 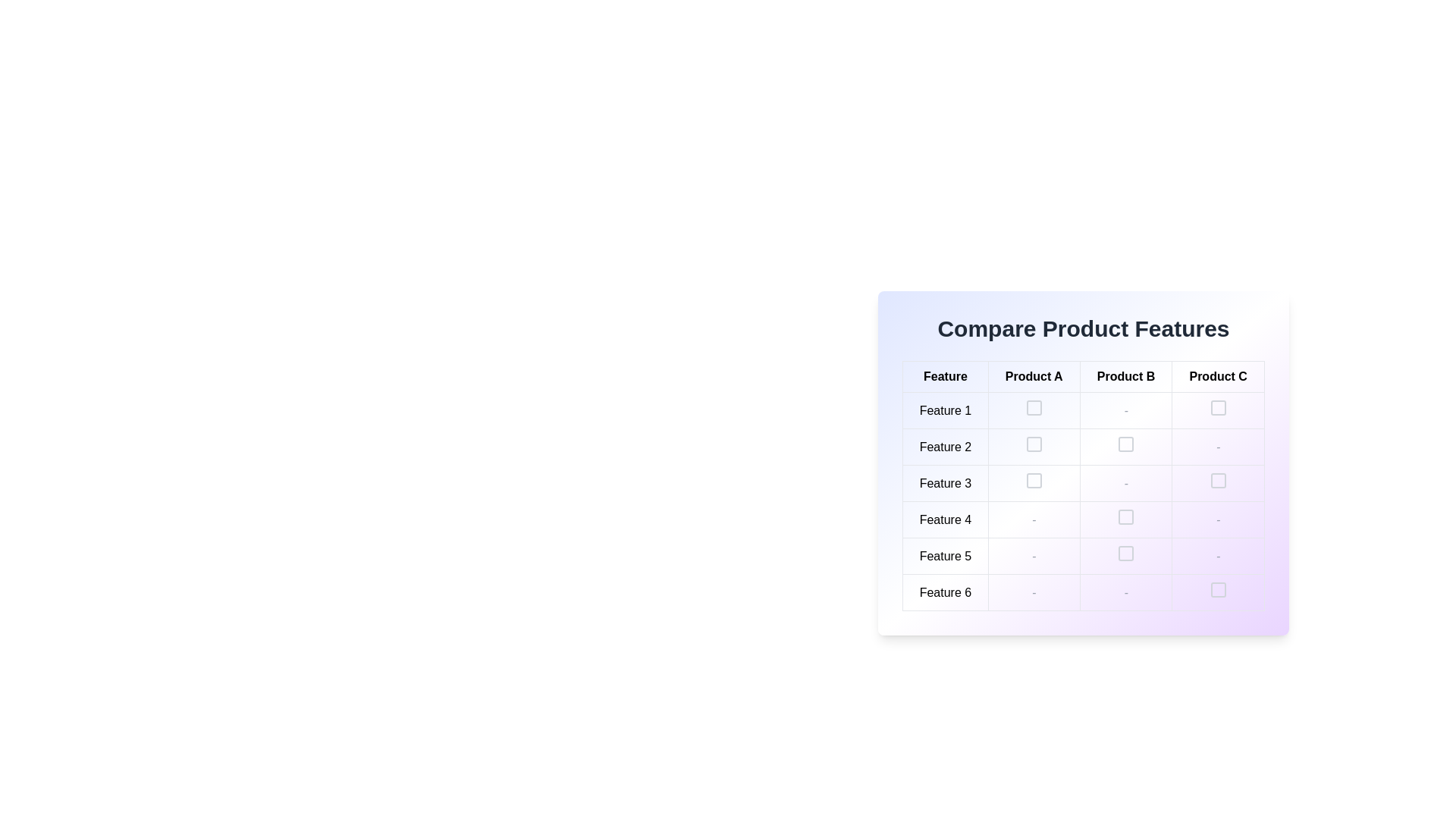 What do you see at coordinates (944, 519) in the screenshot?
I see `the row header in the fourth row, first column of the 'Compare Product Features' table` at bounding box center [944, 519].